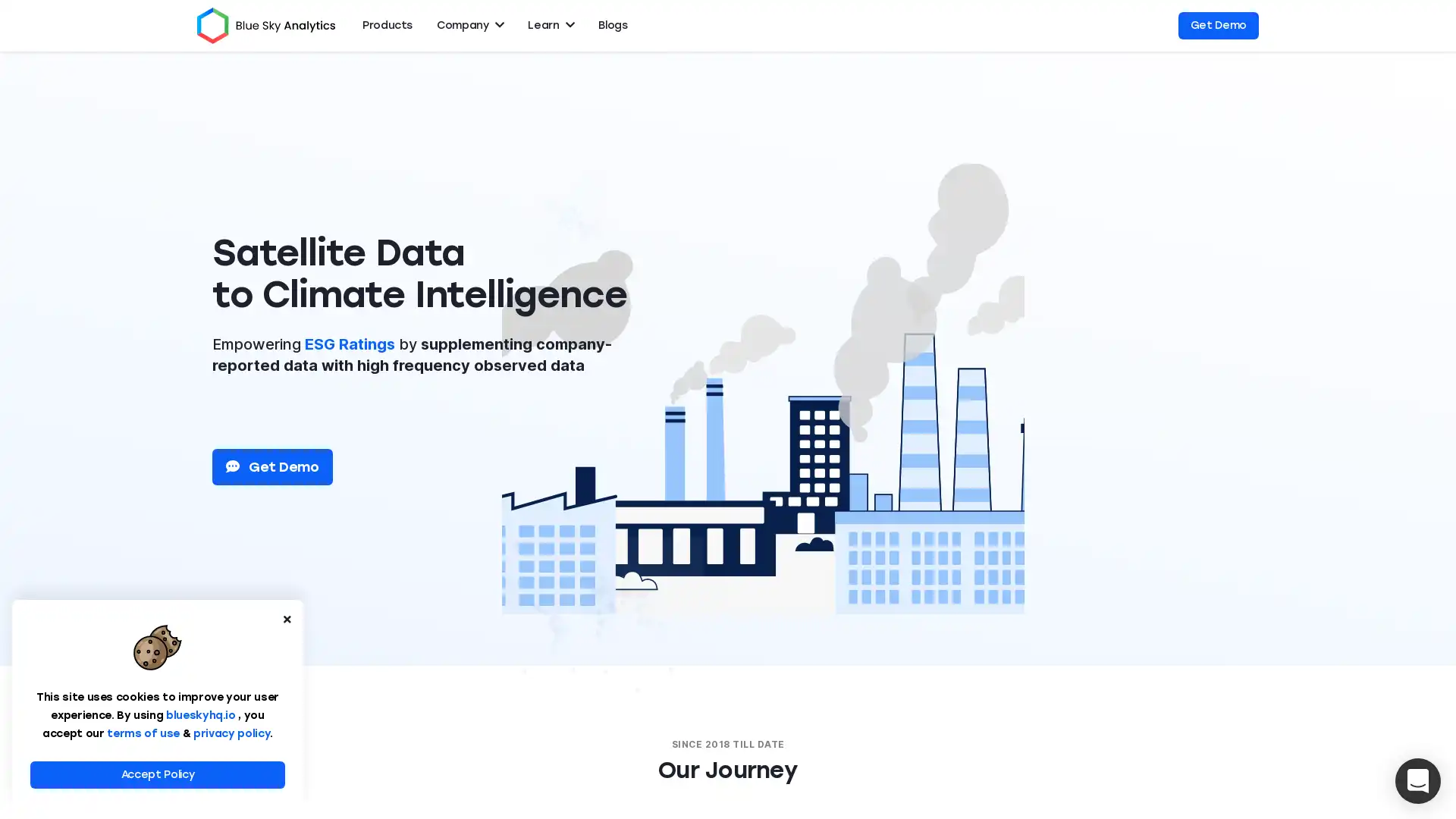 The width and height of the screenshot is (1456, 819). I want to click on Accept Policy, so click(157, 775).